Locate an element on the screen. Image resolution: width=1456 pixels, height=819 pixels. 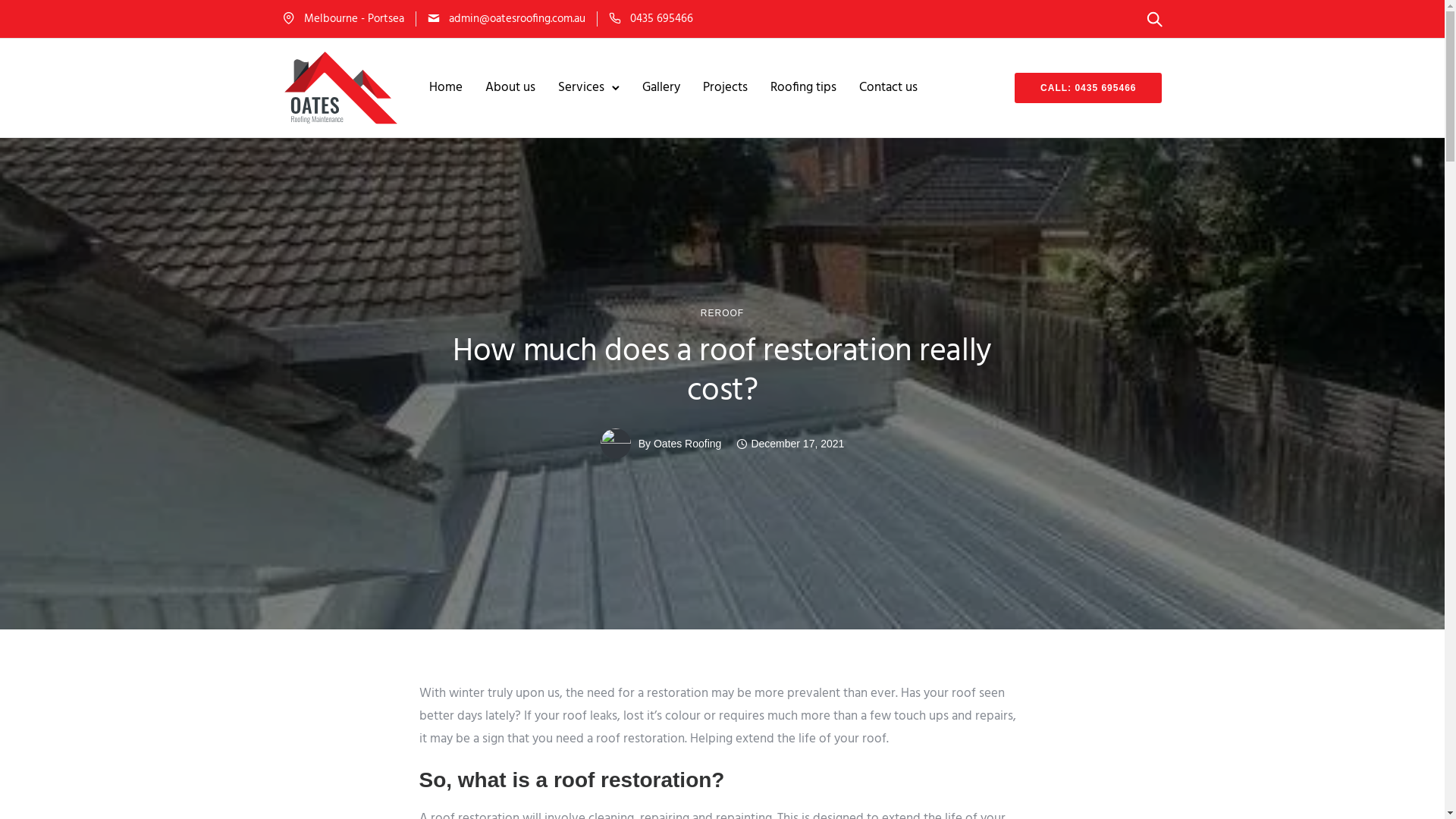
'Projects' is located at coordinates (694, 87).